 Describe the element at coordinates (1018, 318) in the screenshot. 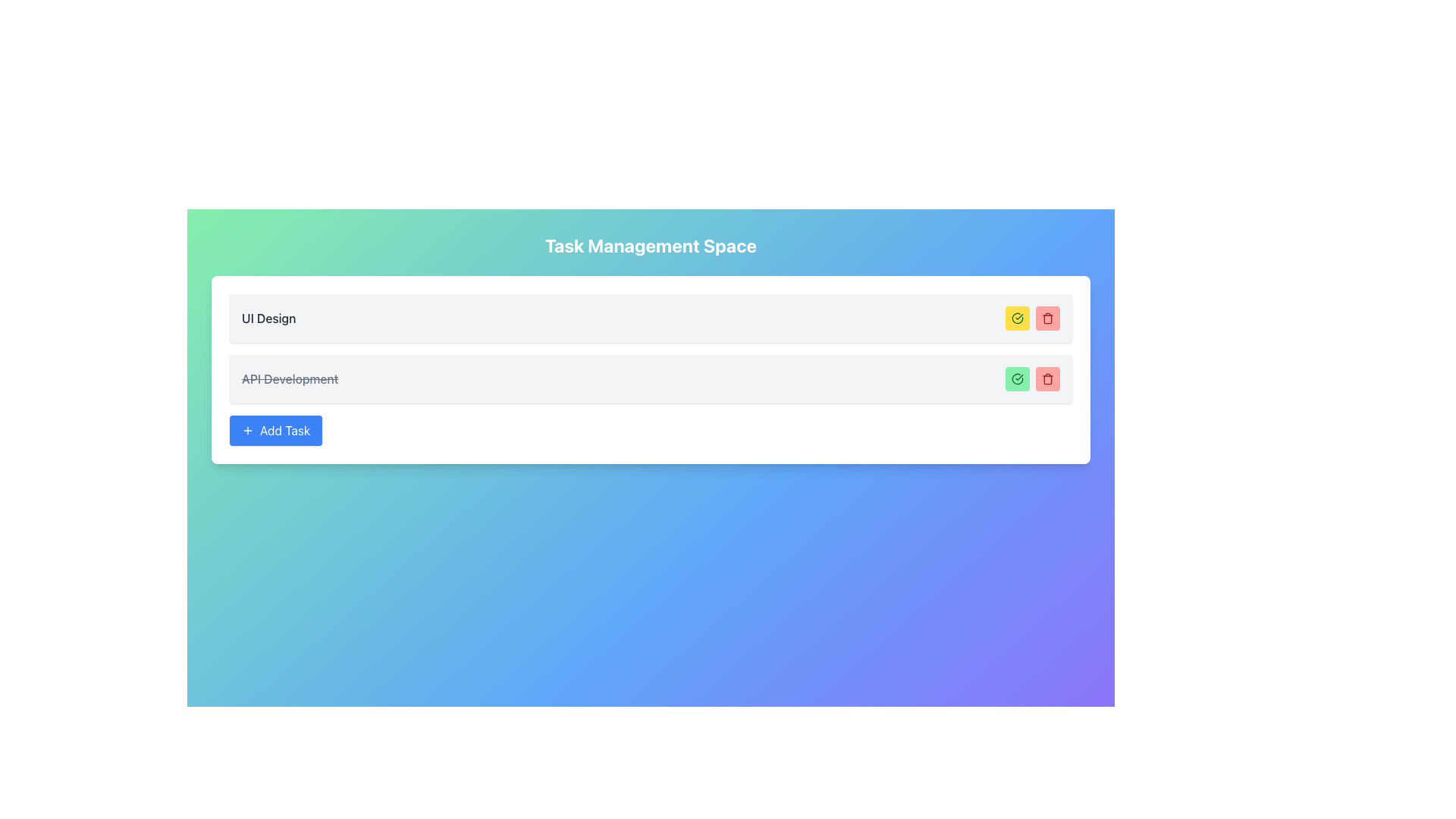

I see `the circular green icon with a tick in the center, located next to the 'UI Design' text entry, indicating task completion` at that location.